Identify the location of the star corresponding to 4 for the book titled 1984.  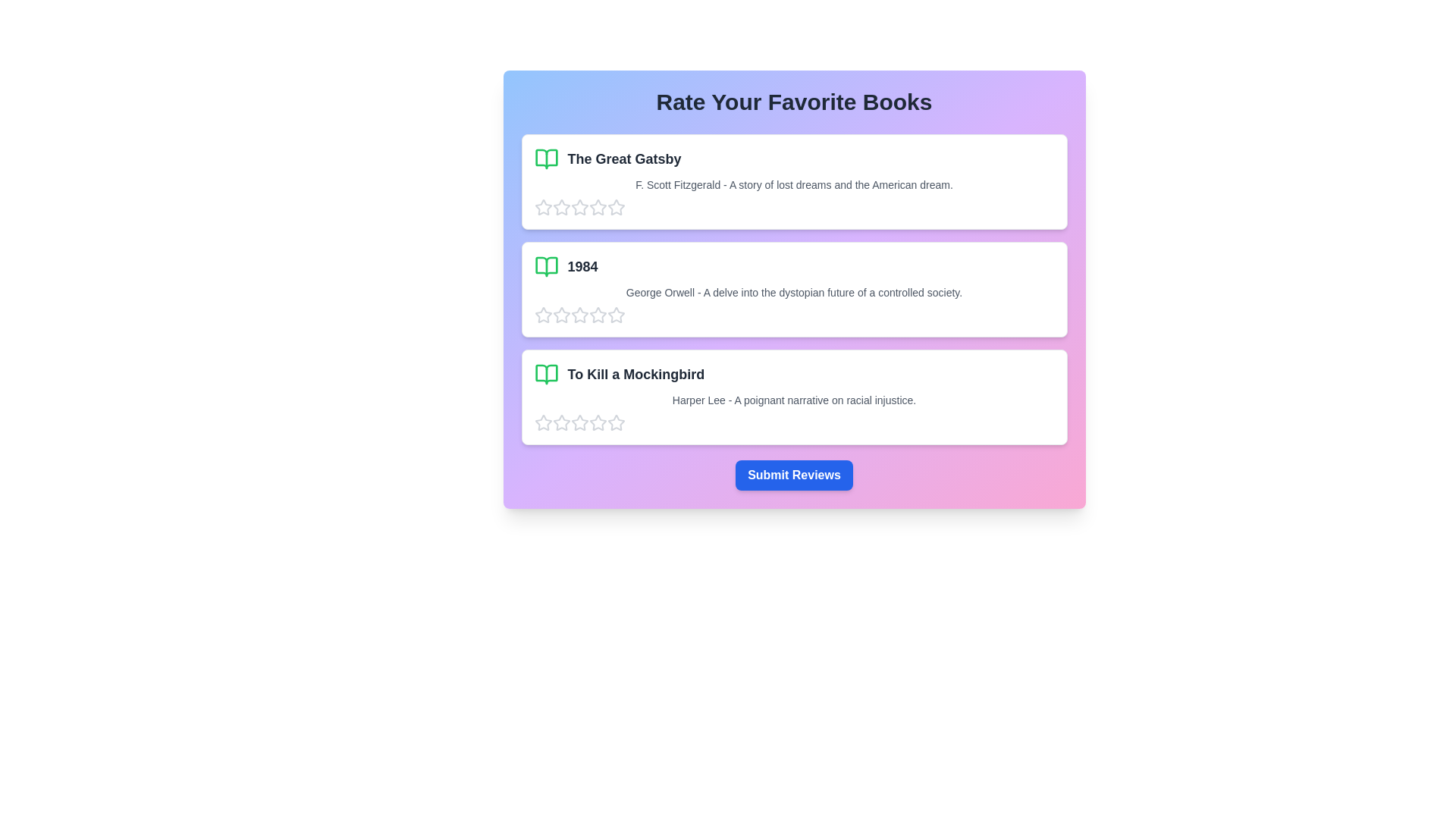
(597, 315).